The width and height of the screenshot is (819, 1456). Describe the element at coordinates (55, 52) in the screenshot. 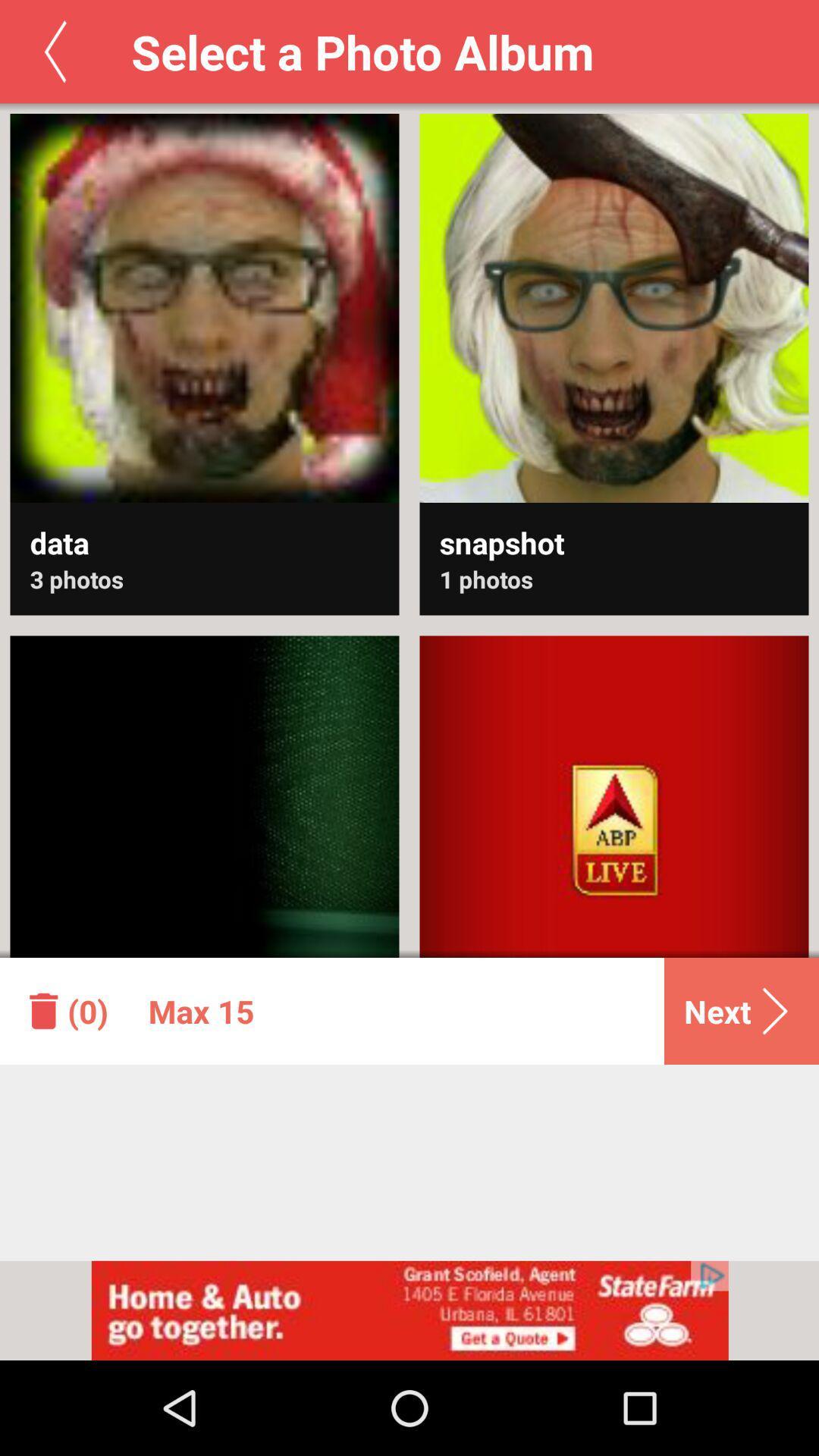

I see `the arrow_backward icon` at that location.